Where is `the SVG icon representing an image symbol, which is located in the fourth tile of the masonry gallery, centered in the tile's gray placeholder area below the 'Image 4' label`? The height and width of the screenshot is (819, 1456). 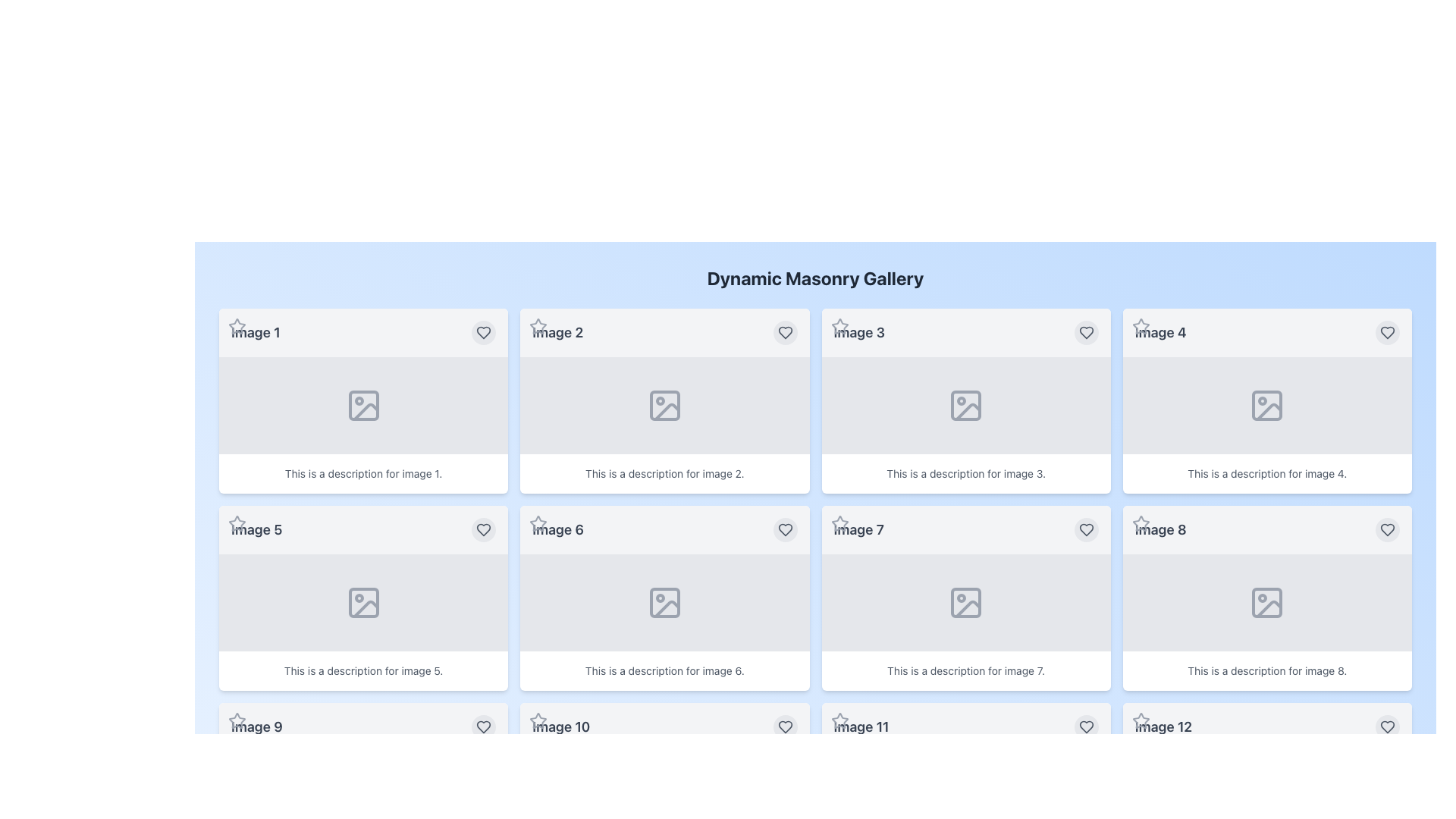
the SVG icon representing an image symbol, which is located in the fourth tile of the masonry gallery, centered in the tile's gray placeholder area below the 'Image 4' label is located at coordinates (1267, 405).